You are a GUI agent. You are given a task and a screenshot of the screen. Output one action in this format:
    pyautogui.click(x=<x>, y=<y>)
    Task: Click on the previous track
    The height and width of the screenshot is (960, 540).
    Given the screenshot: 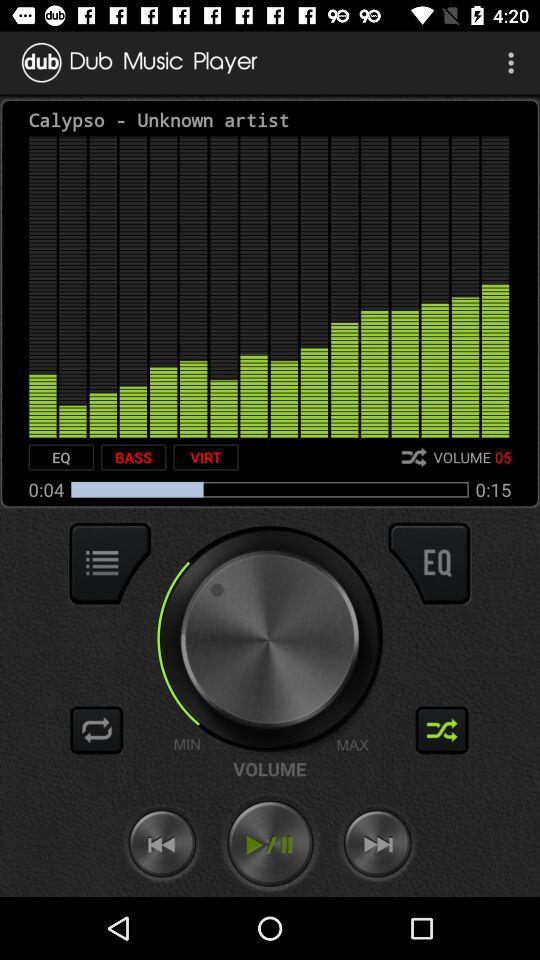 What is the action you would take?
    pyautogui.click(x=161, y=843)
    